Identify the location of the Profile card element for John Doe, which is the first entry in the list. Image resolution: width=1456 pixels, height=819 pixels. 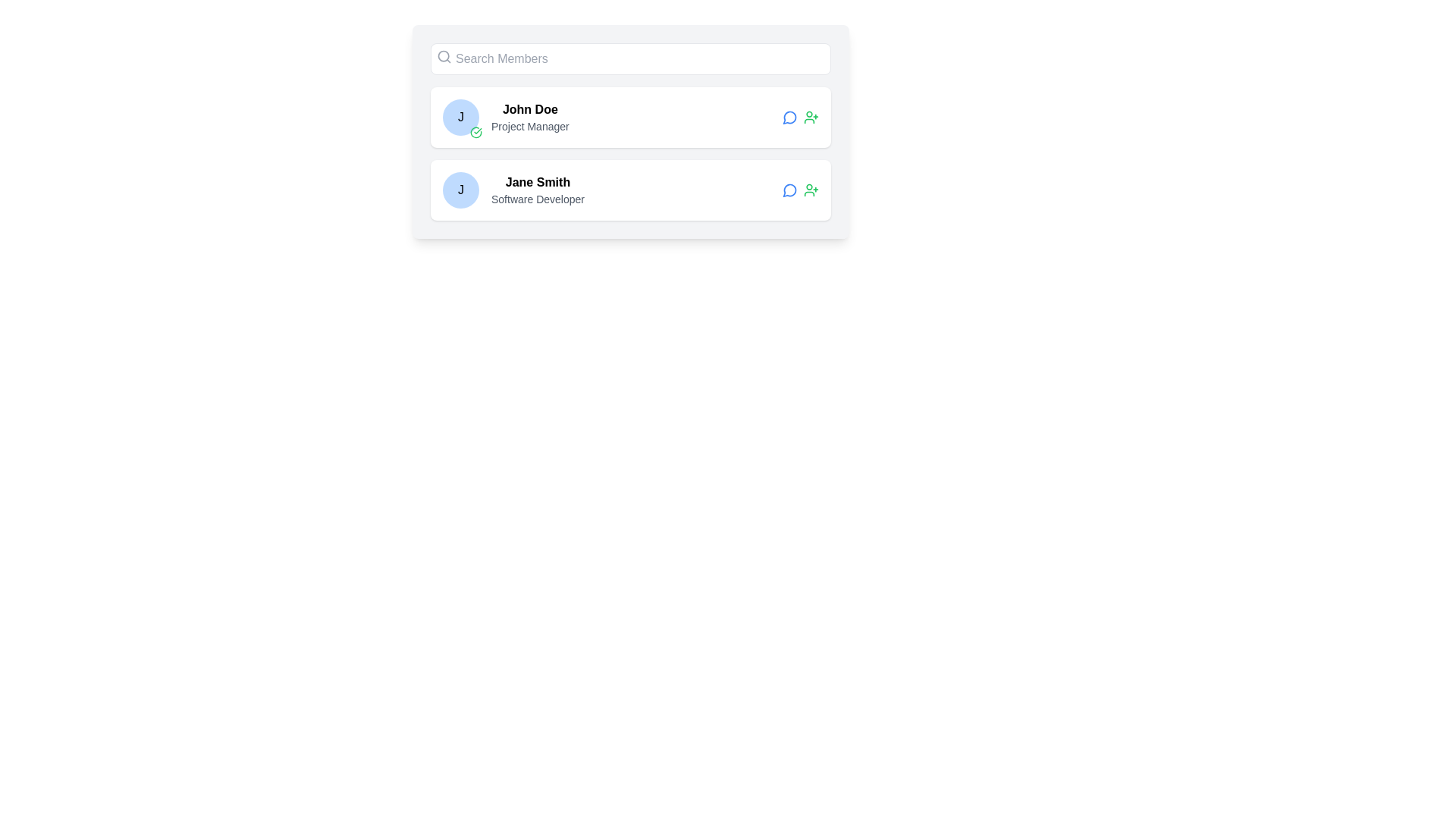
(630, 130).